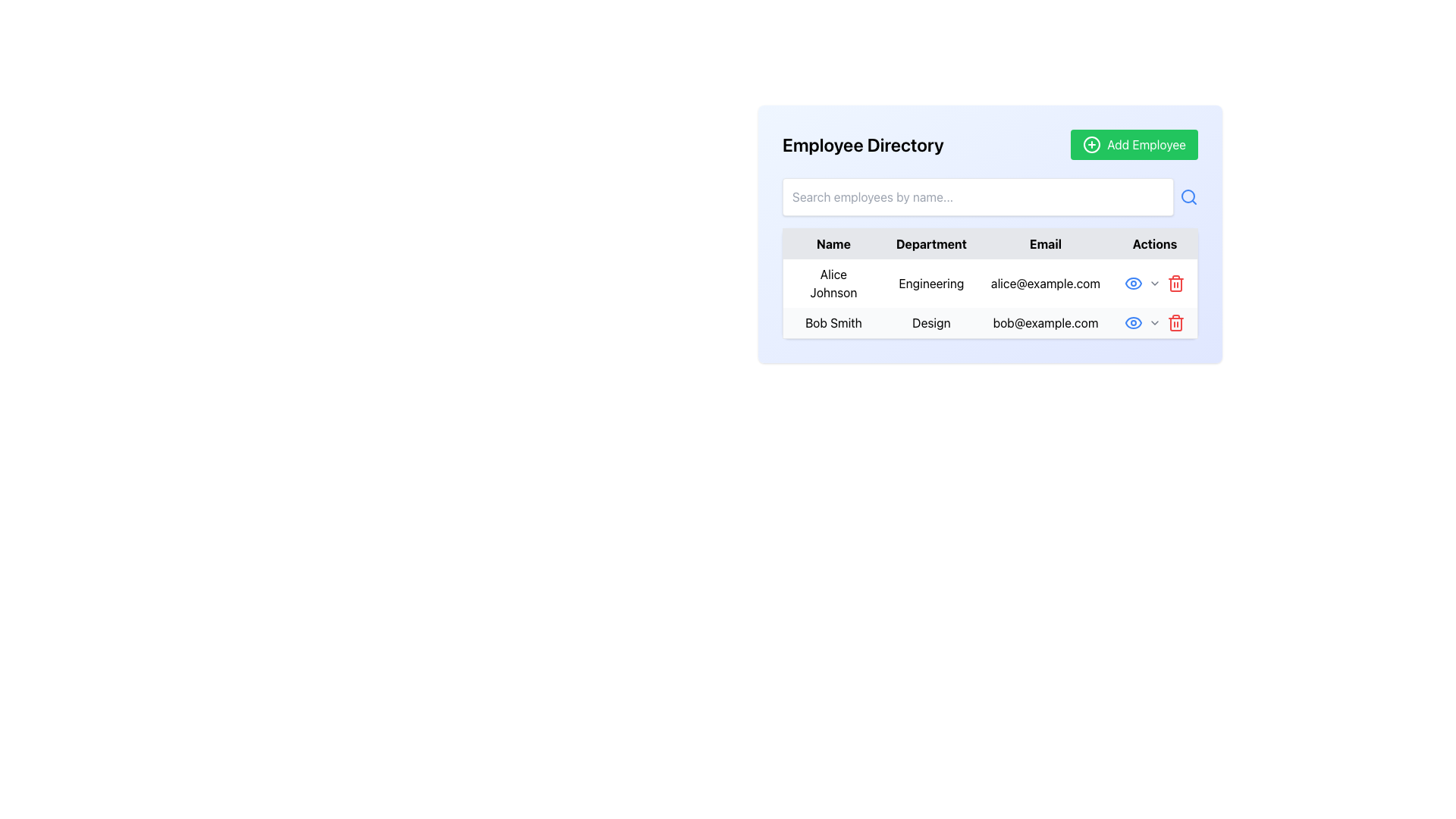  What do you see at coordinates (990, 298) in the screenshot?
I see `the first table row in the 'Employee Directory' that contains individual information such as name, department, email, and action buttons` at bounding box center [990, 298].